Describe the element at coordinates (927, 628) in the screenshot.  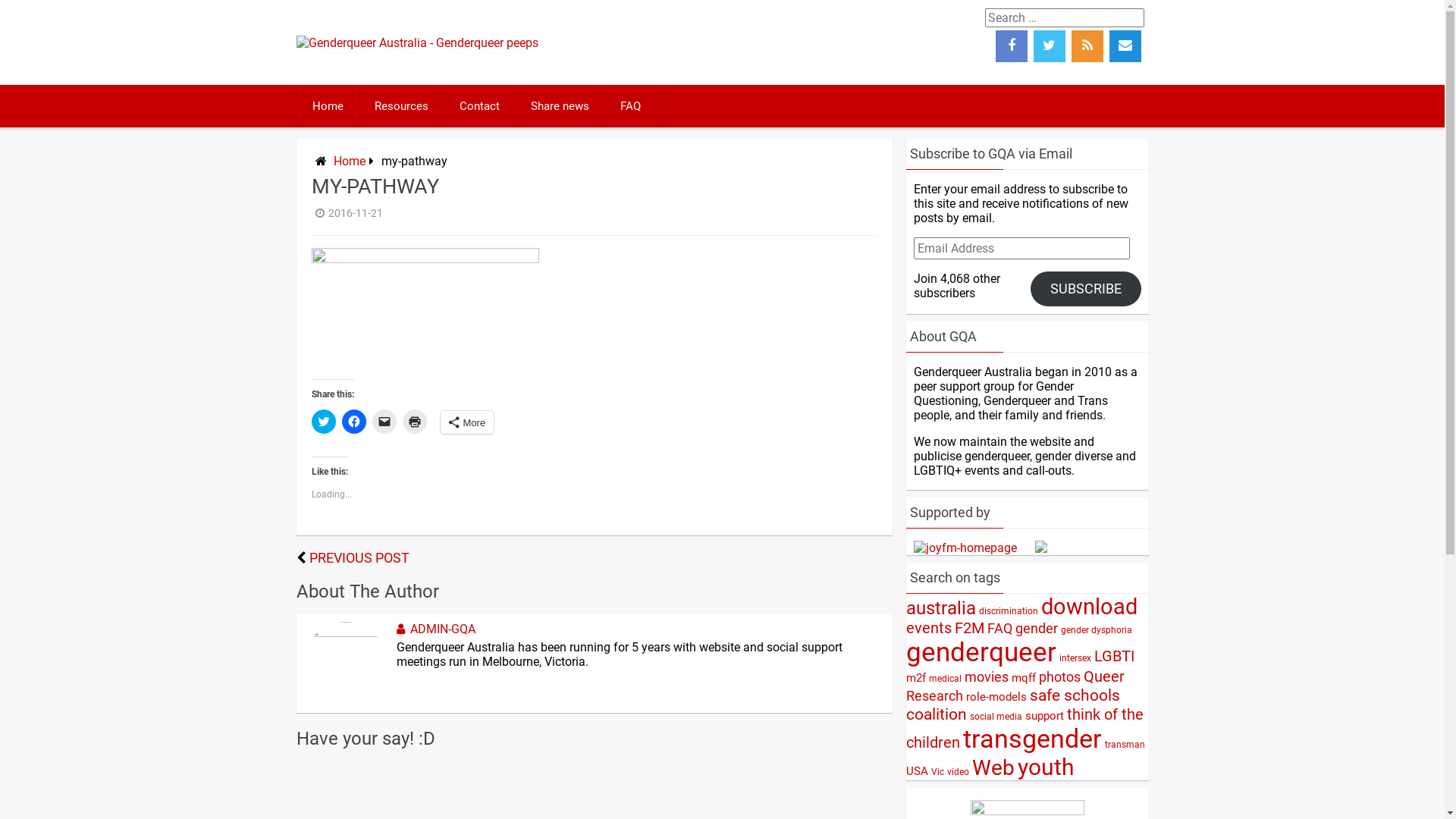
I see `'events'` at that location.